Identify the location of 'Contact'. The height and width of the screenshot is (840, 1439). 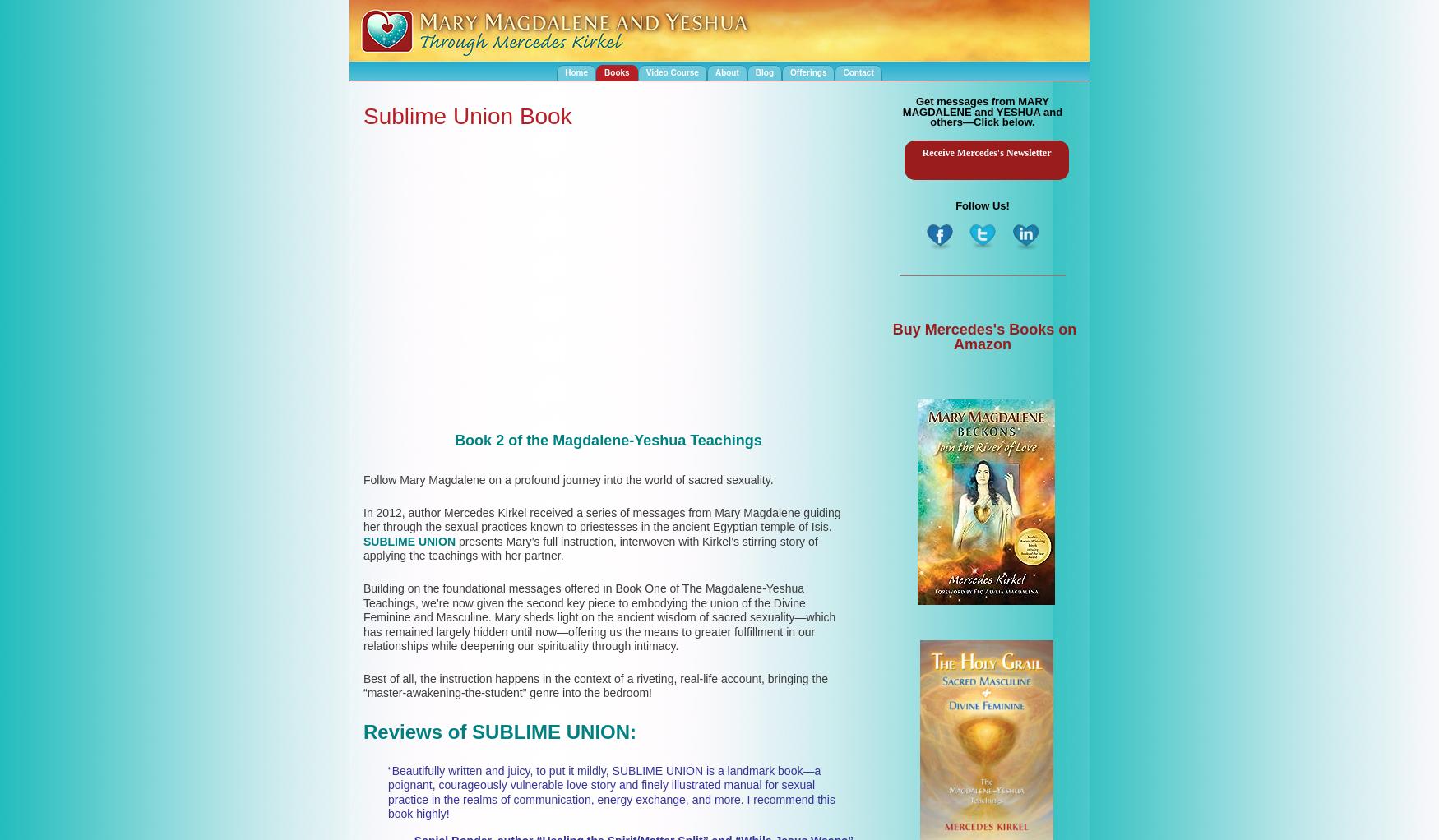
(857, 72).